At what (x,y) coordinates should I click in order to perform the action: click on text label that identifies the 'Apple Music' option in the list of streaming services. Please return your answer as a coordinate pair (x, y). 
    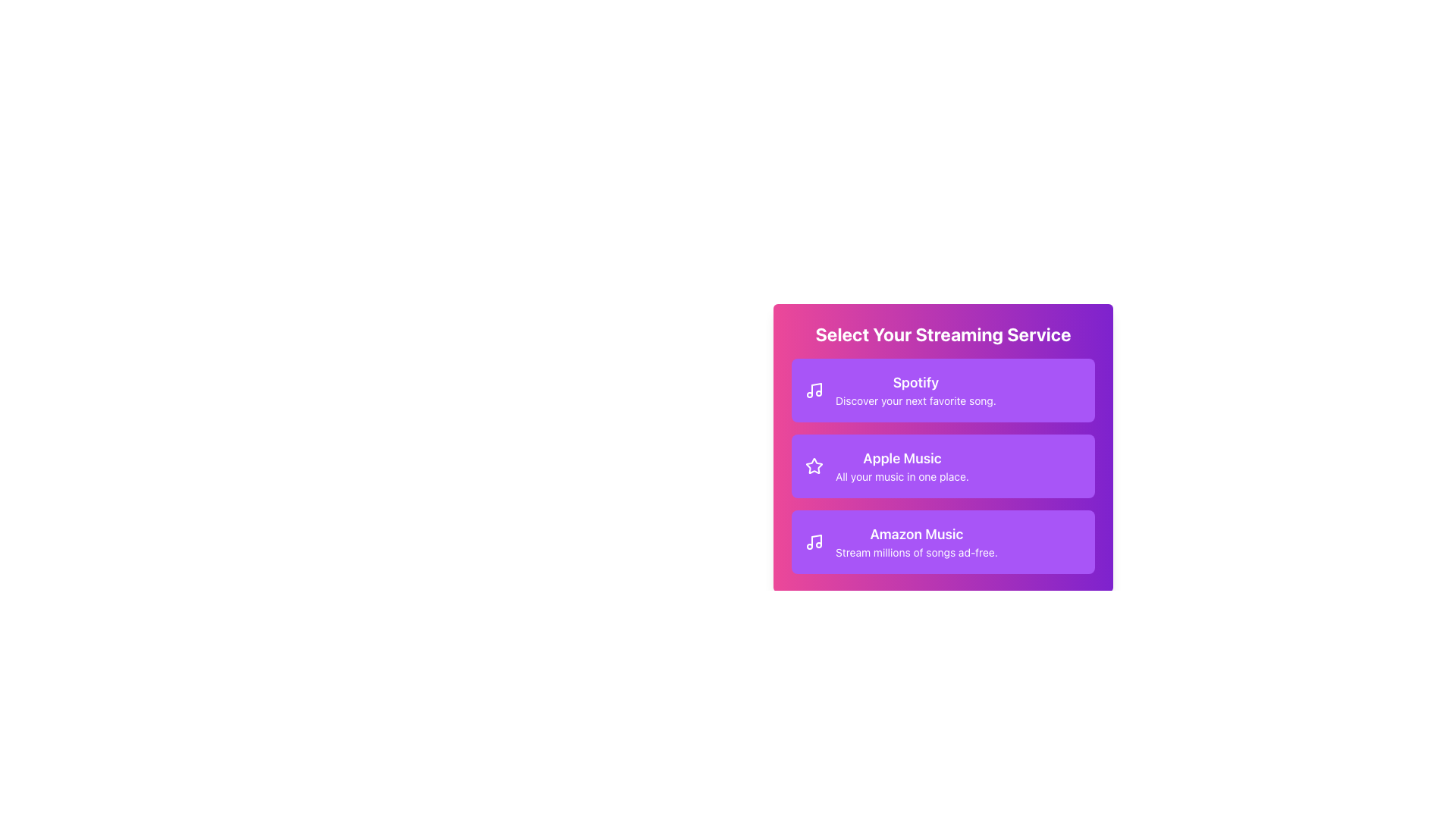
    Looking at the image, I should click on (902, 458).